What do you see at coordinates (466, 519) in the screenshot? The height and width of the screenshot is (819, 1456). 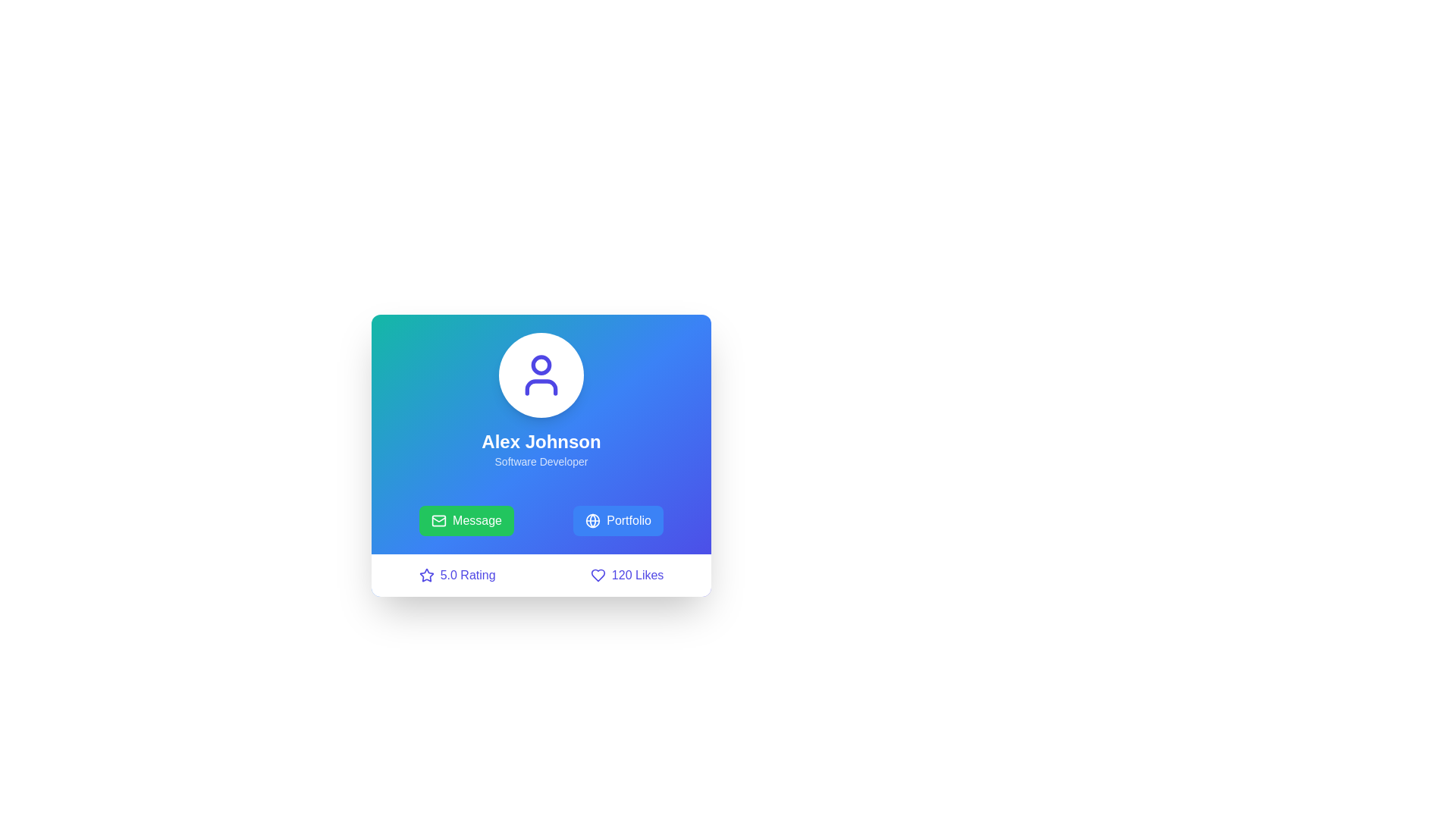 I see `the messaging button located at the bottom center of the card interface to send a message` at bounding box center [466, 519].